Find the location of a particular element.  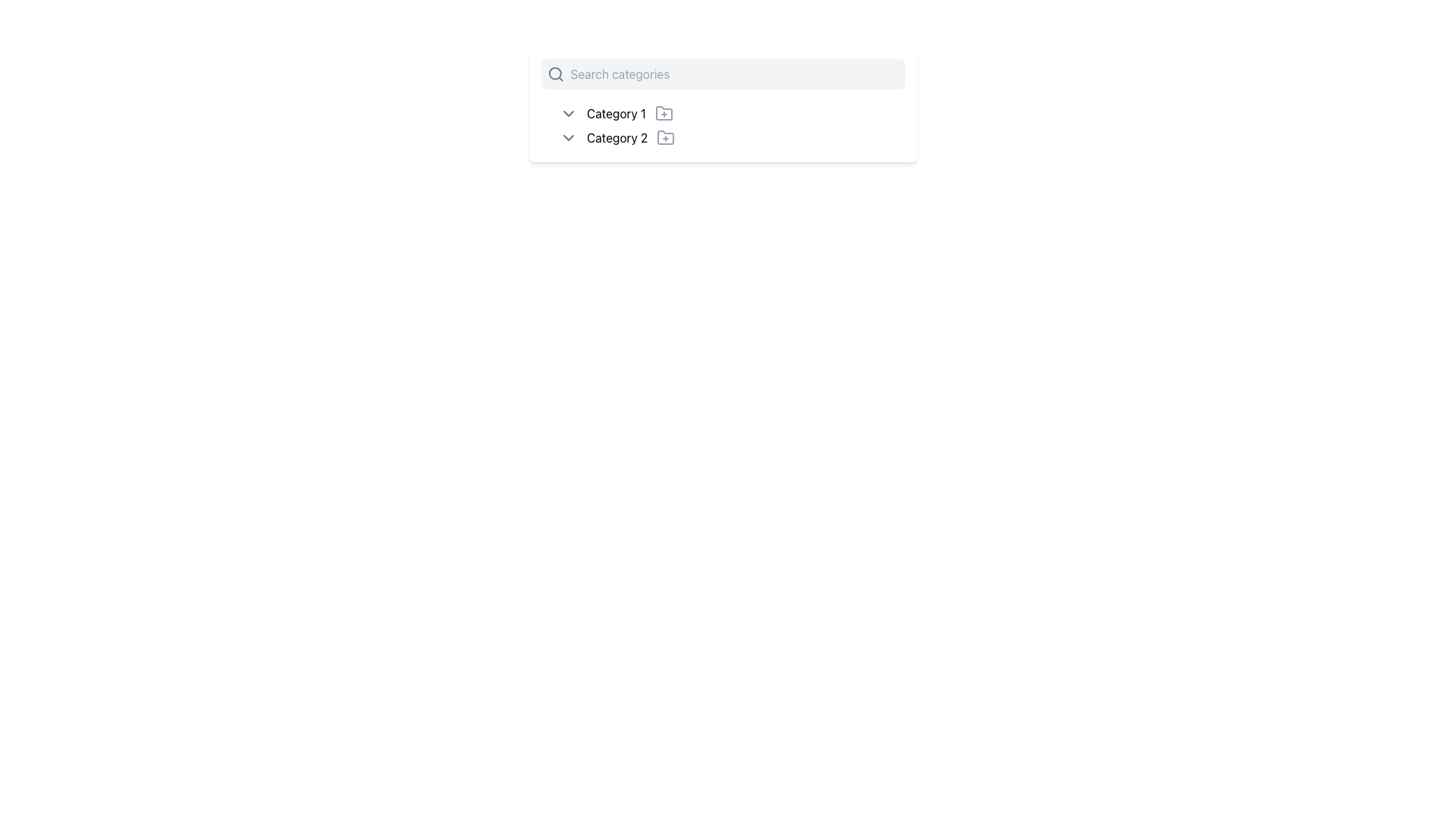

the text label reading 'Category 1' within the dropdown menu under 'Search categories' is located at coordinates (616, 113).